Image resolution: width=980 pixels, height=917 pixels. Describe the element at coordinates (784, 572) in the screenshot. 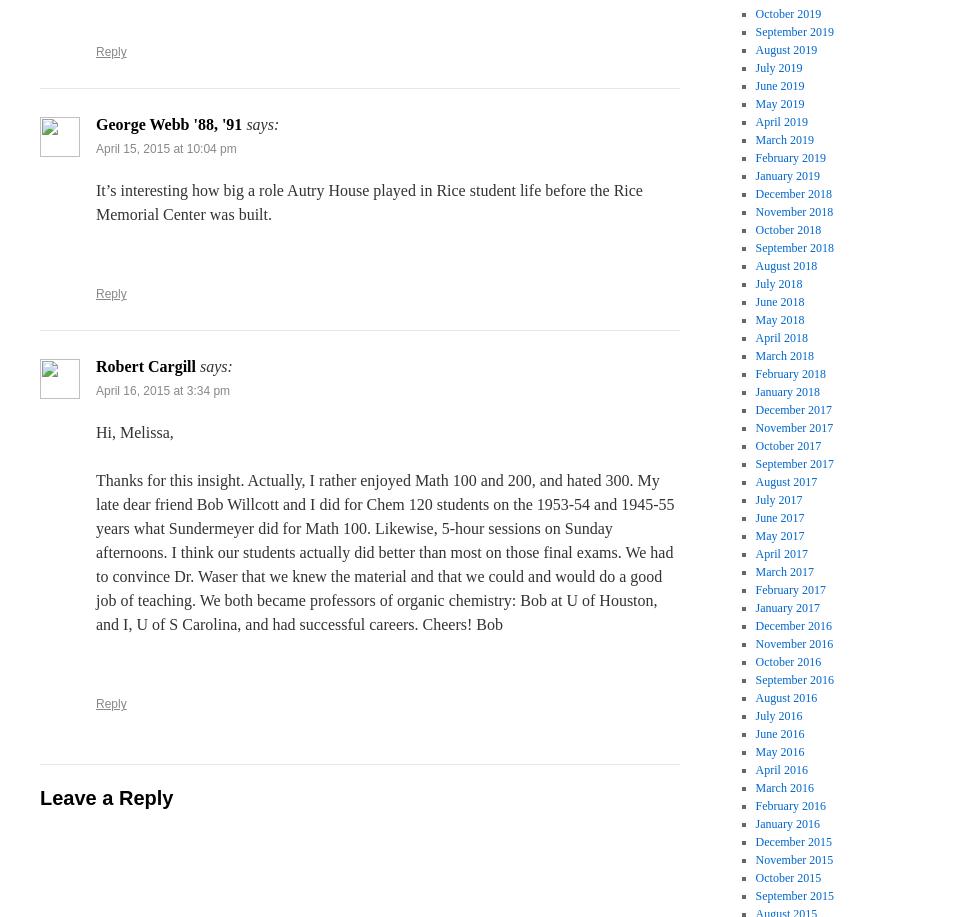

I see `'March 2017'` at that location.